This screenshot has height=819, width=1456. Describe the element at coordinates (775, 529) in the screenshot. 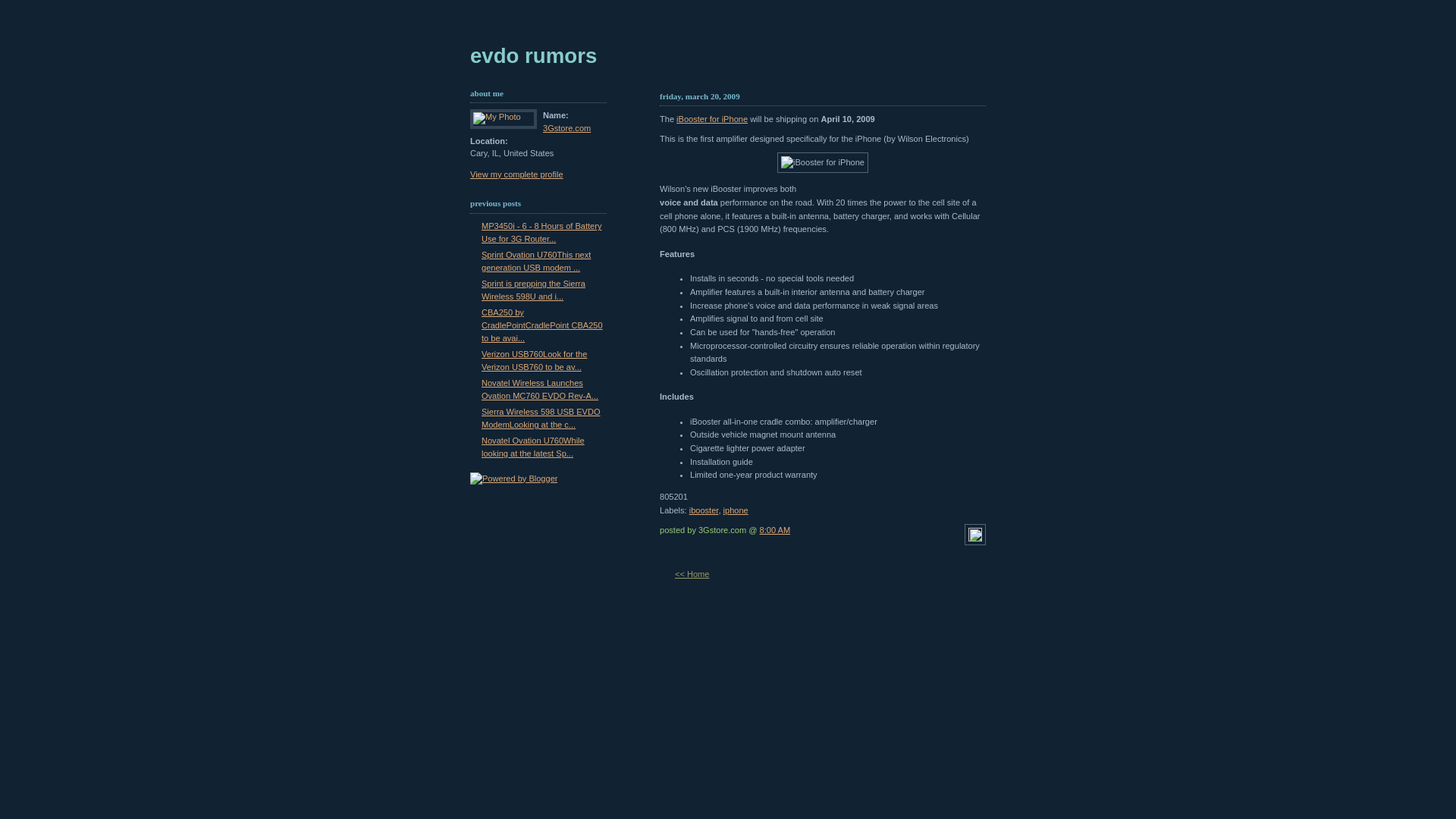

I see `'8:00 AM'` at that location.